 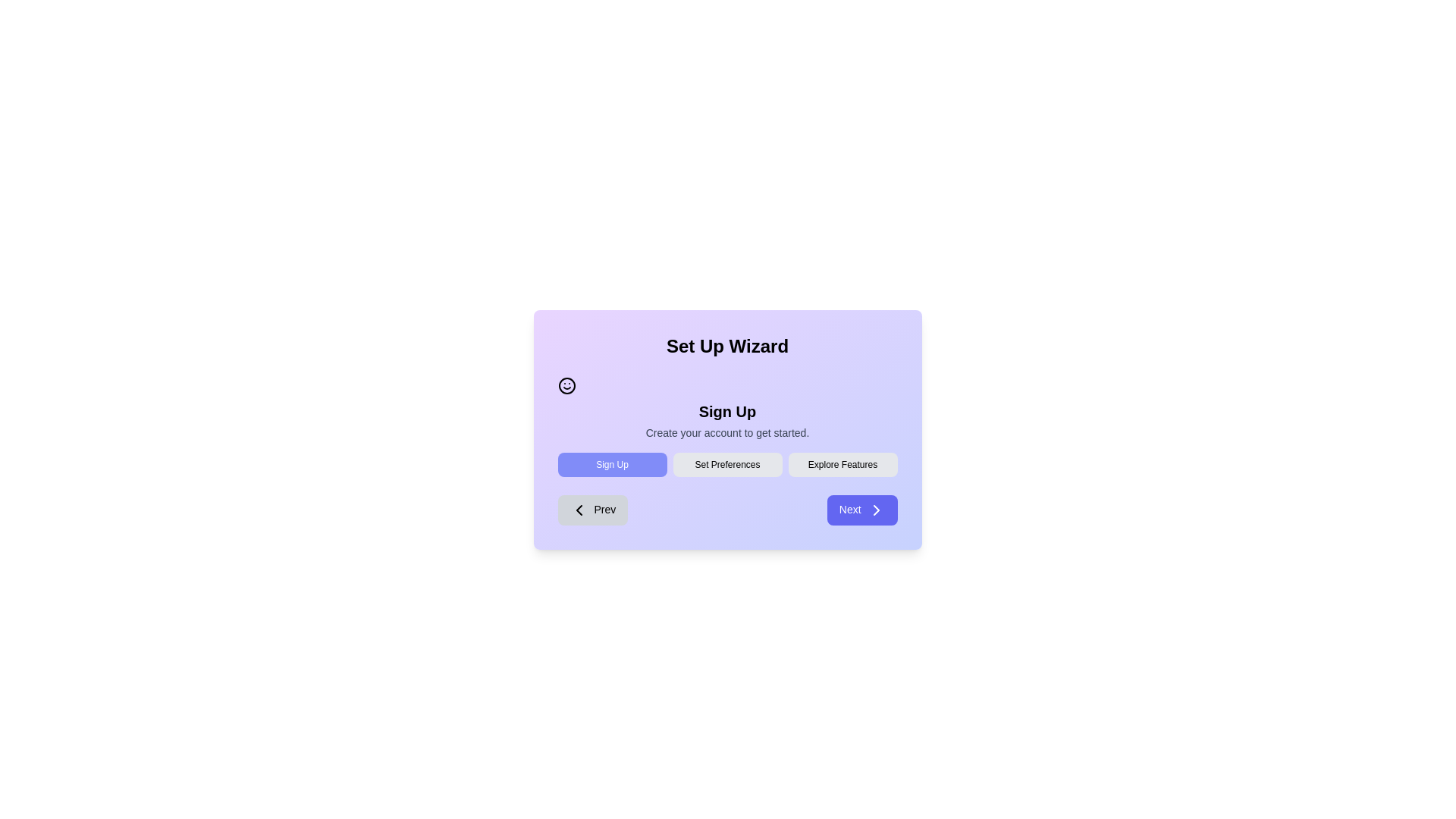 What do you see at coordinates (578, 510) in the screenshot?
I see `the leftward-pointing chevron icon inside the 'Prev' button located in the bottom-left section of the interface to trigger a tooltip or visual feedback` at bounding box center [578, 510].